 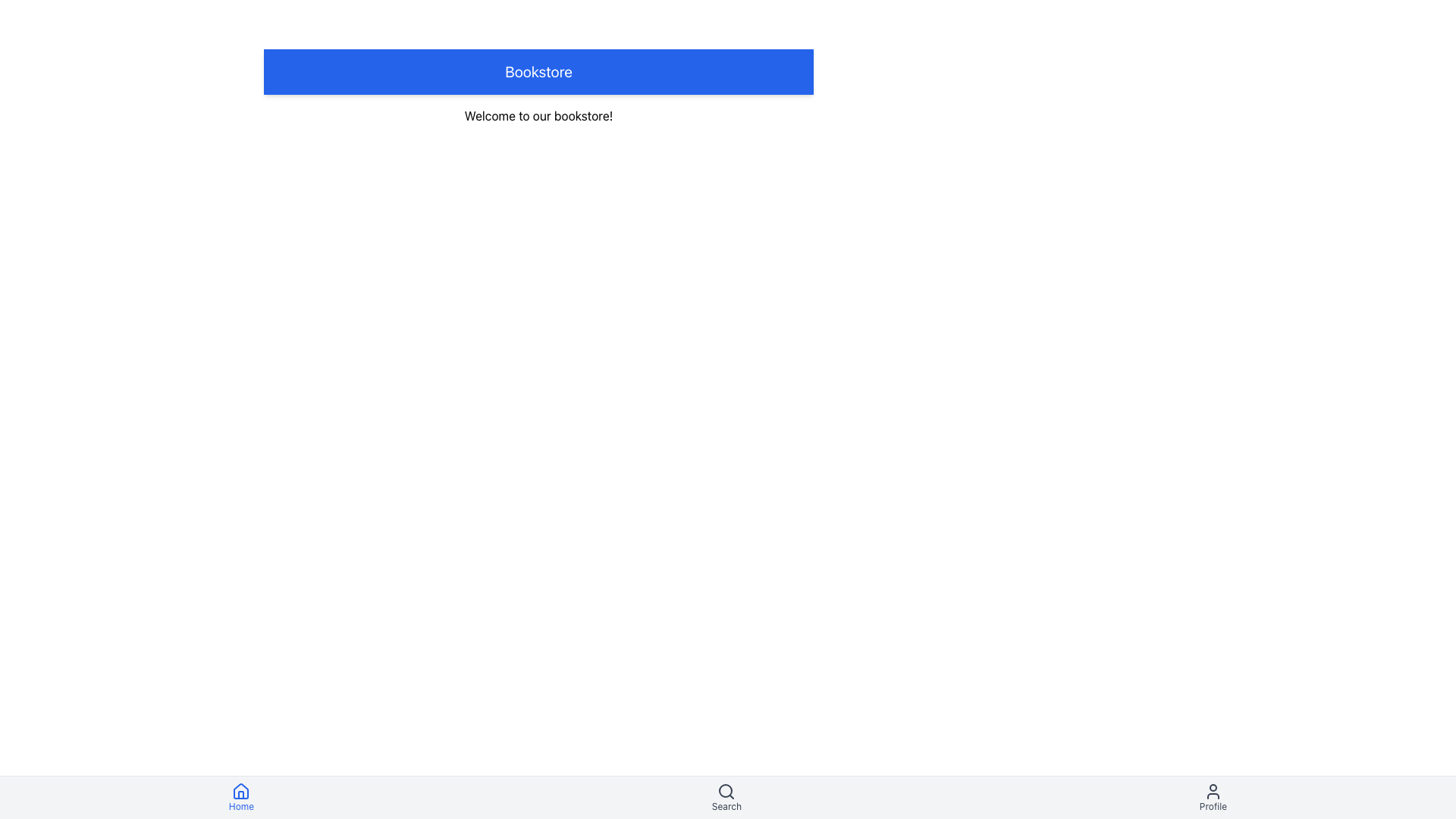 What do you see at coordinates (726, 791) in the screenshot?
I see `the magnifying glass icon located in the bottom navigation bar` at bounding box center [726, 791].